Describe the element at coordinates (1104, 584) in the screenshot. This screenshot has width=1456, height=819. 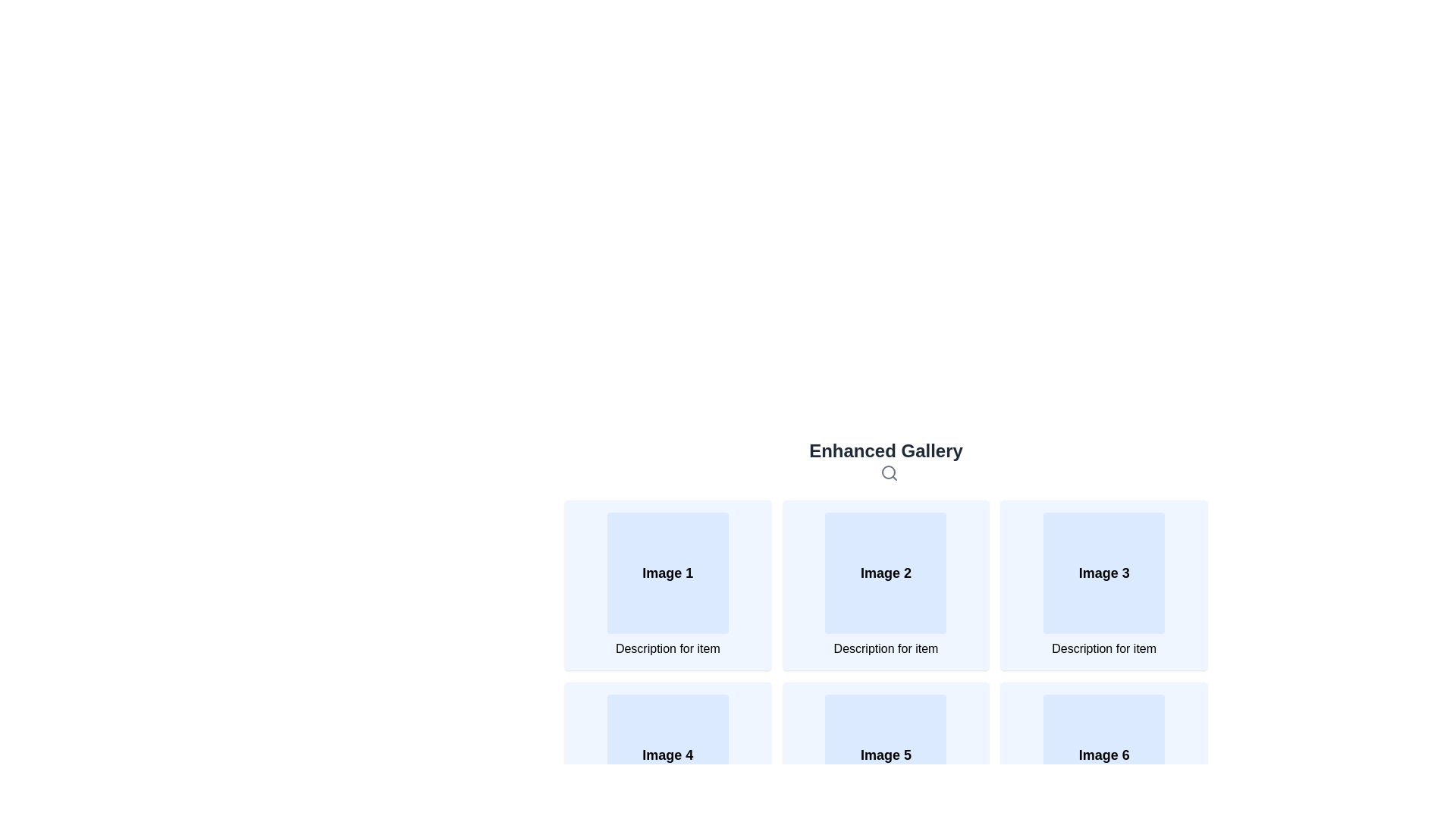
I see `the third card in a grid layout, located in the top row, rightmost position, which has a light blue background and is labeled 'Image 3'` at that location.